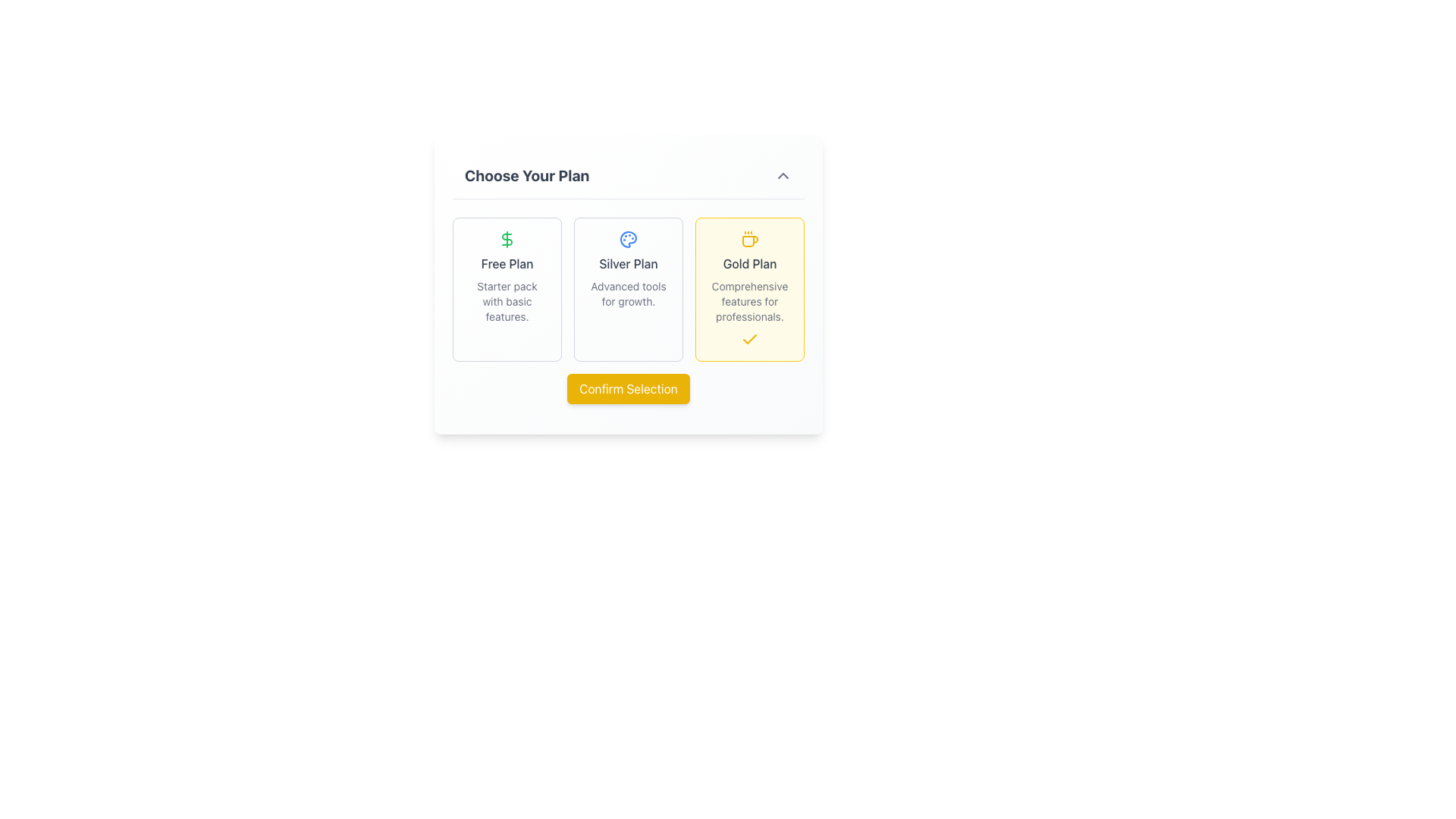 This screenshot has height=819, width=1456. I want to click on descriptive text label regarding the 'Gold Plan' located in the rightmost column of the three-column layout, positioned below the 'Gold Plan' title, so click(749, 301).